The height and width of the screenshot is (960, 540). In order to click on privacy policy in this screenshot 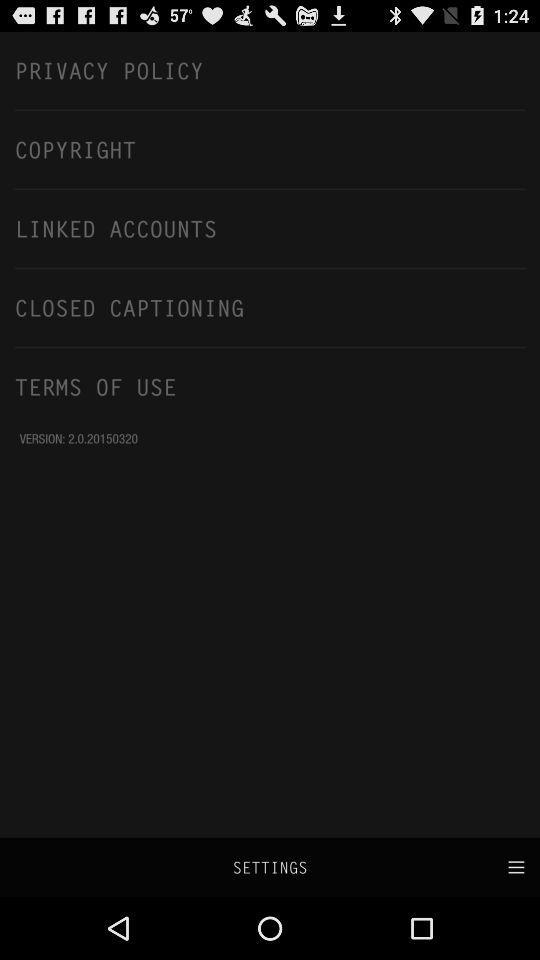, I will do `click(270, 70)`.